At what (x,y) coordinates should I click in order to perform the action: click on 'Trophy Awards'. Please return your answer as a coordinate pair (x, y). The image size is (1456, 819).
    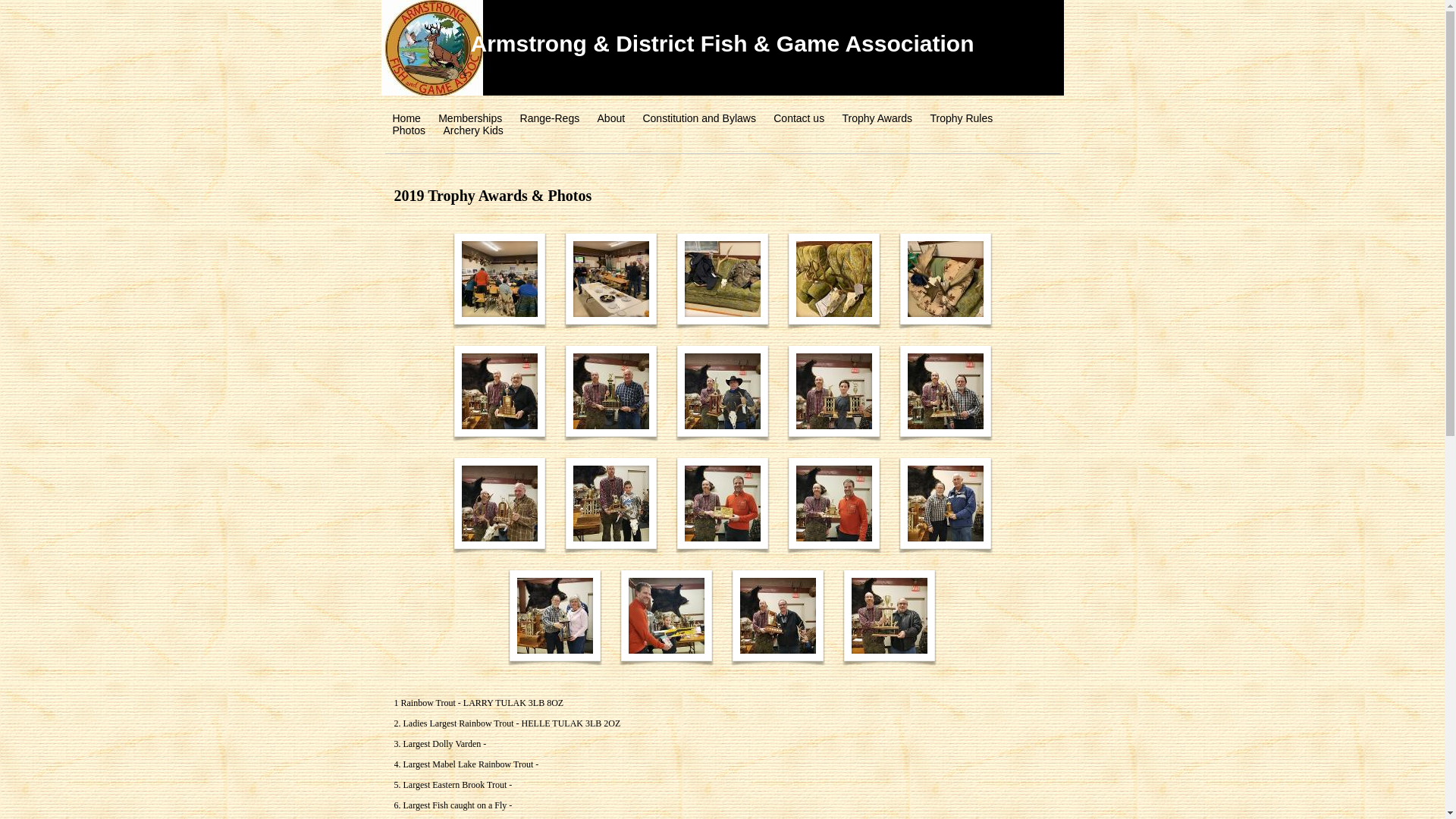
    Looking at the image, I should click on (841, 117).